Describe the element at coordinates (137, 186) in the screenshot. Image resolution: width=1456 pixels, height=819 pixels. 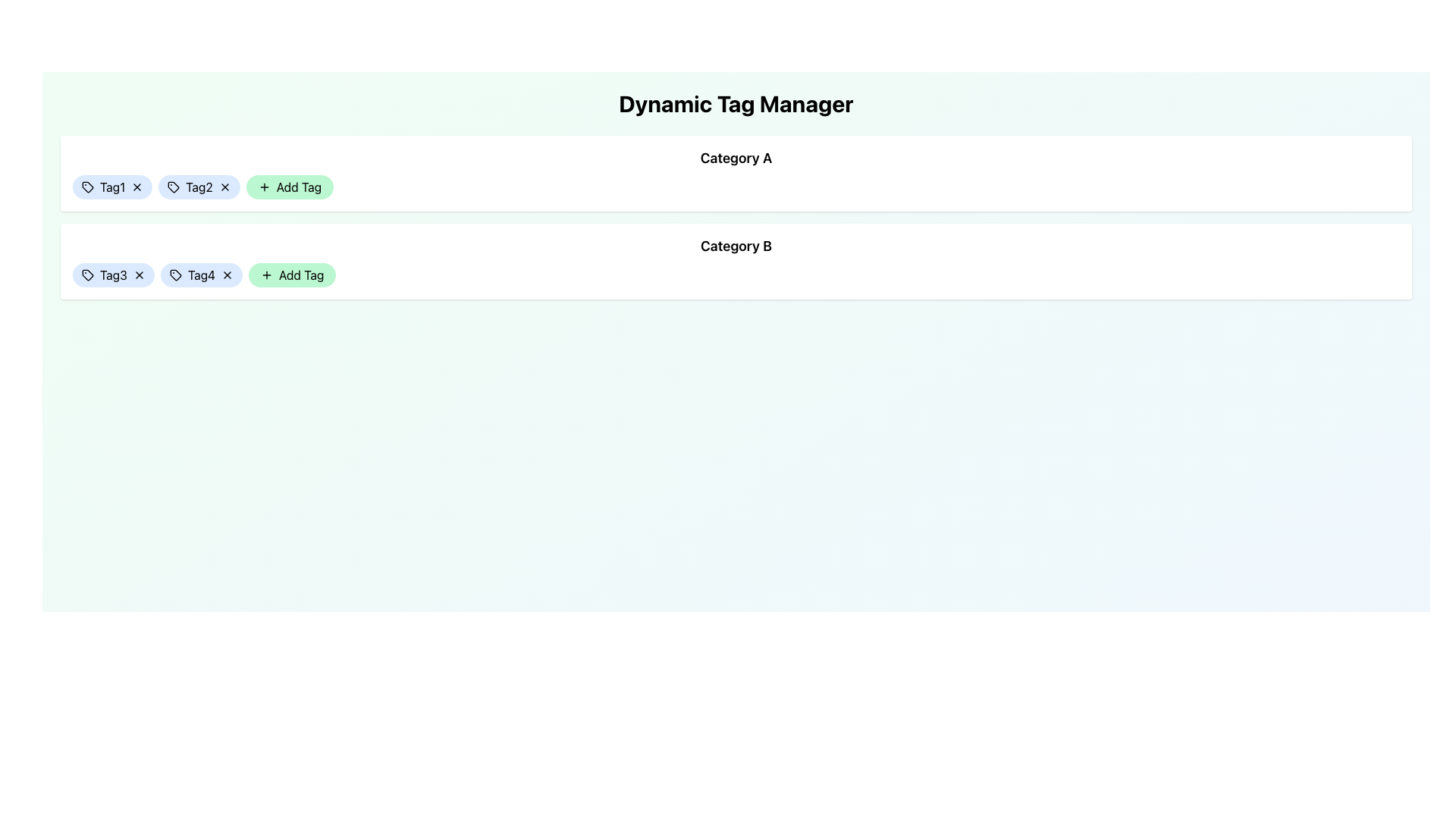
I see `the close button represented by an 'X' icon located to the right of the text 'Tag1' within the 'Tag1' group in the 'Category A' section` at that location.